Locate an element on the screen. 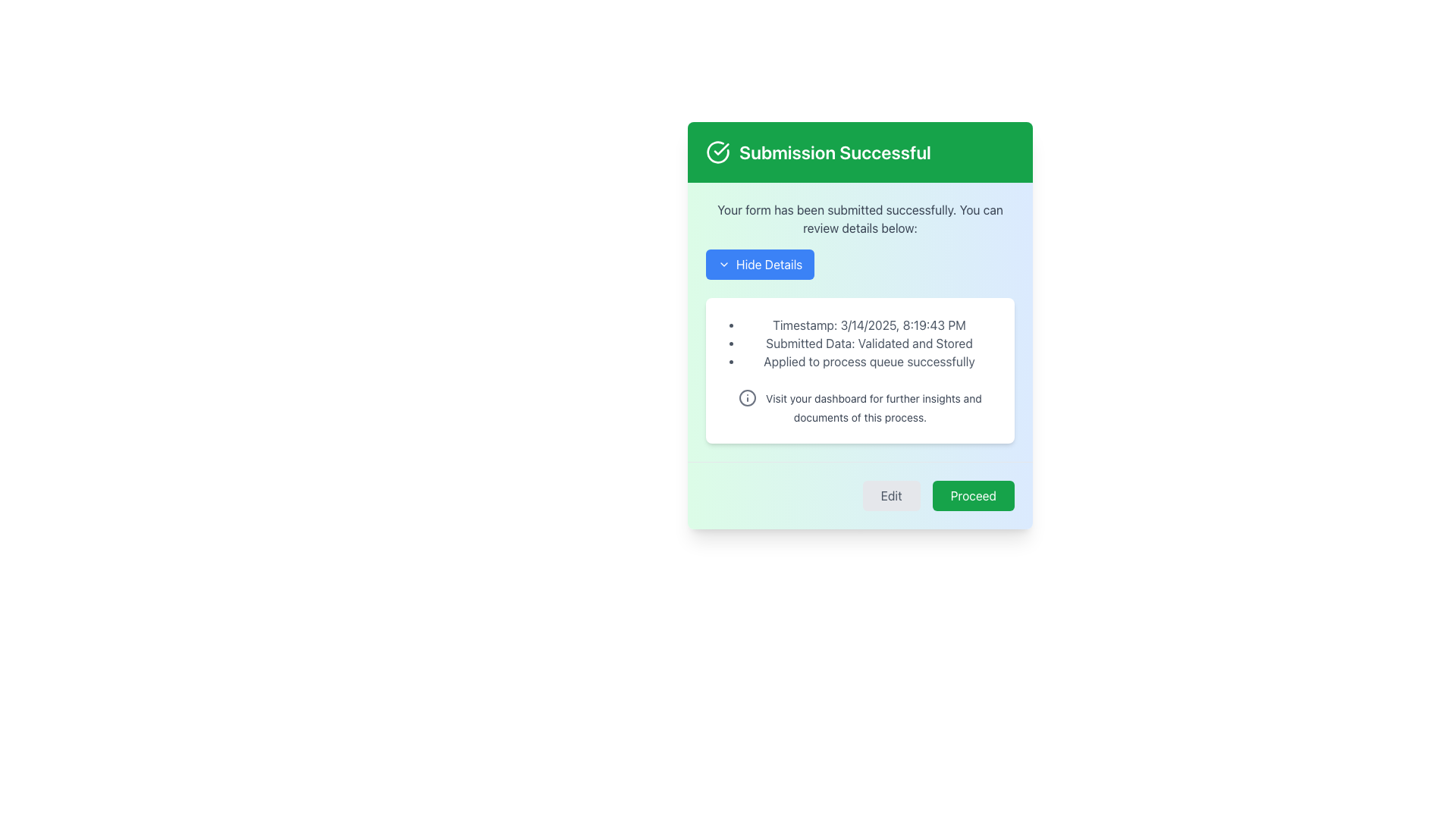 The image size is (1456, 819). the rectangular blue button labeled 'Hide Details' with a downward chevron icon is located at coordinates (760, 263).